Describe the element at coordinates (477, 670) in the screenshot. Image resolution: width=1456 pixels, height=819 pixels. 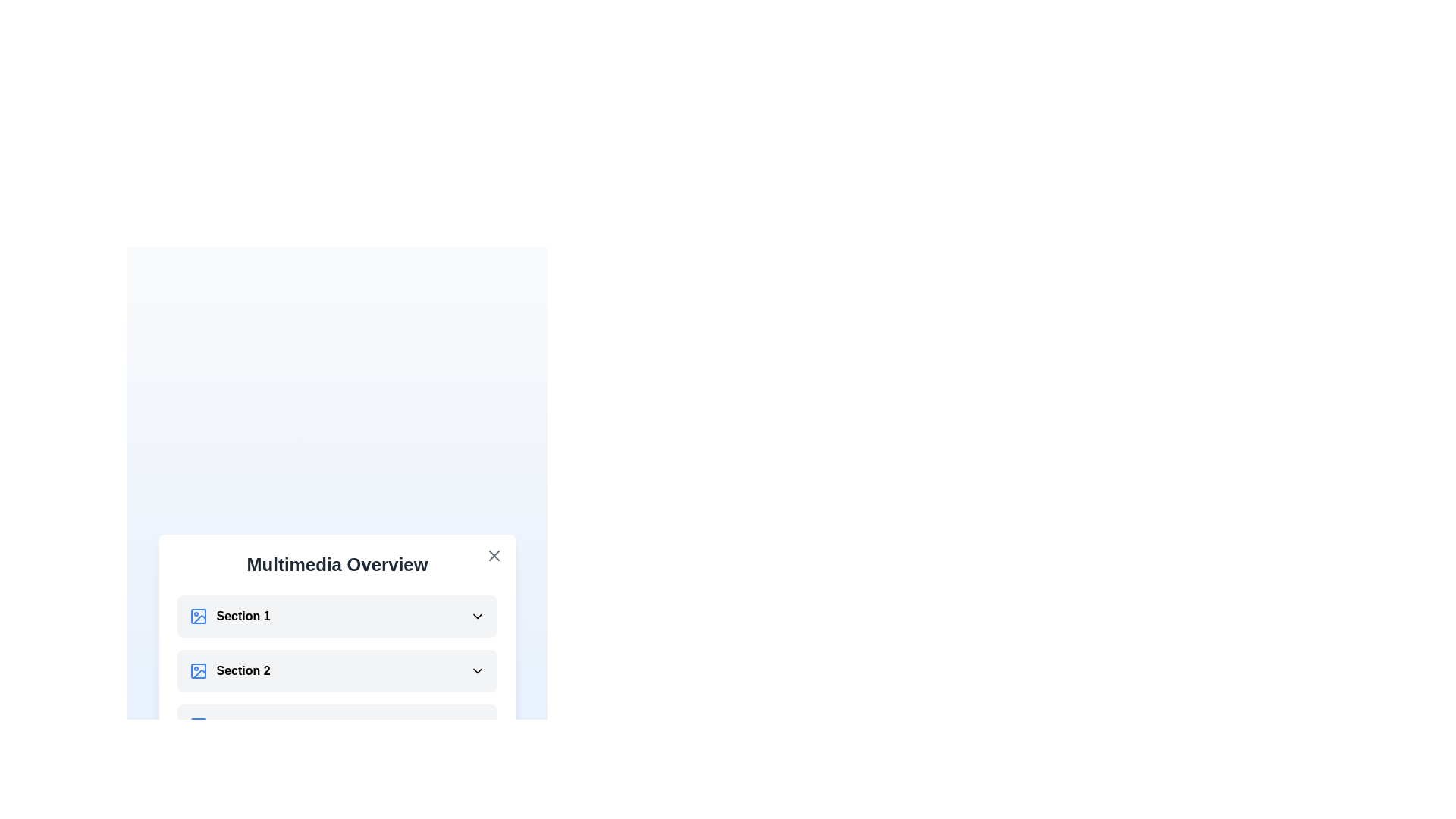
I see `the chevron button associated with 'Section 2'` at that location.